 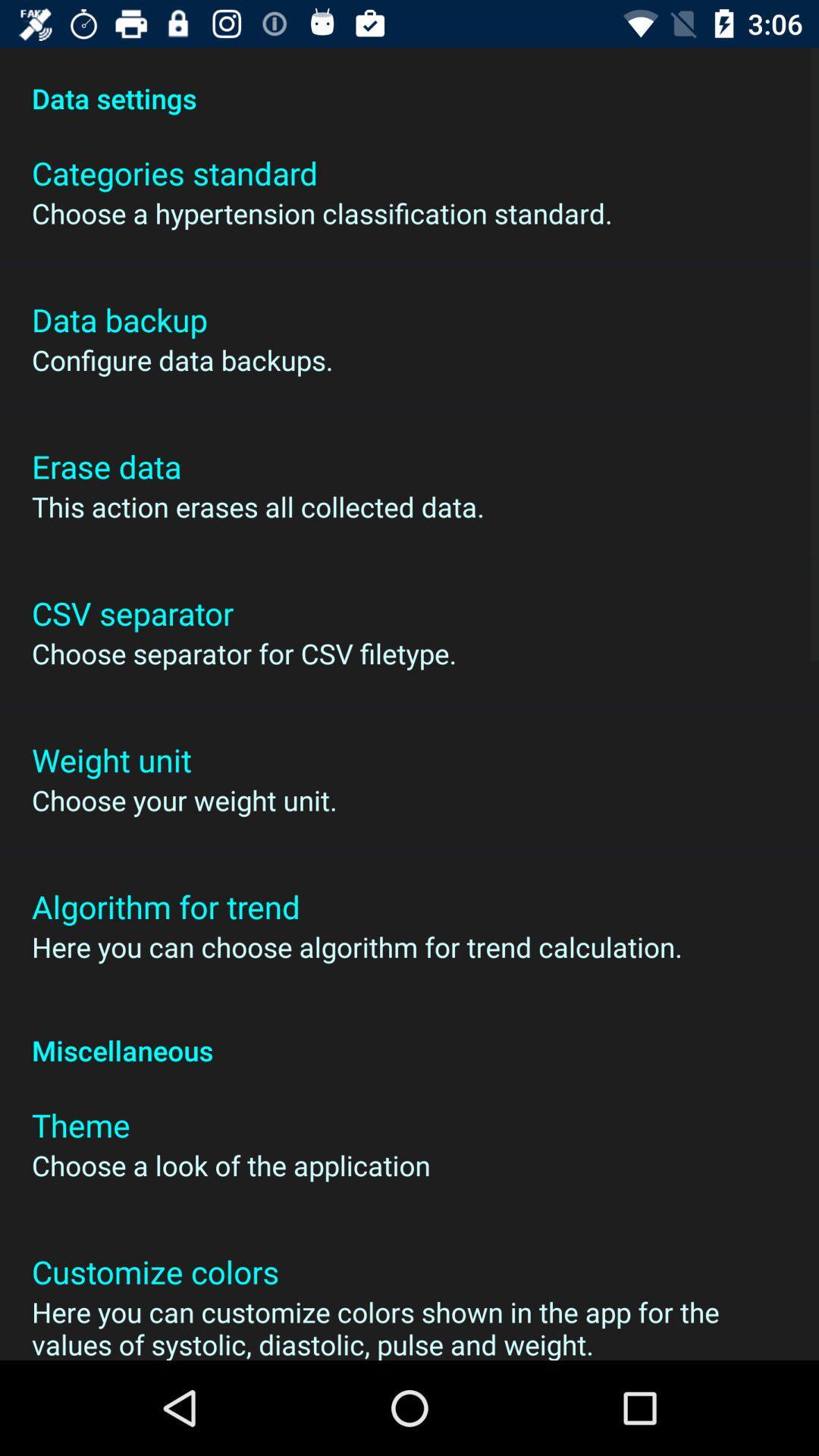 I want to click on the app below miscellaneous icon, so click(x=80, y=1125).